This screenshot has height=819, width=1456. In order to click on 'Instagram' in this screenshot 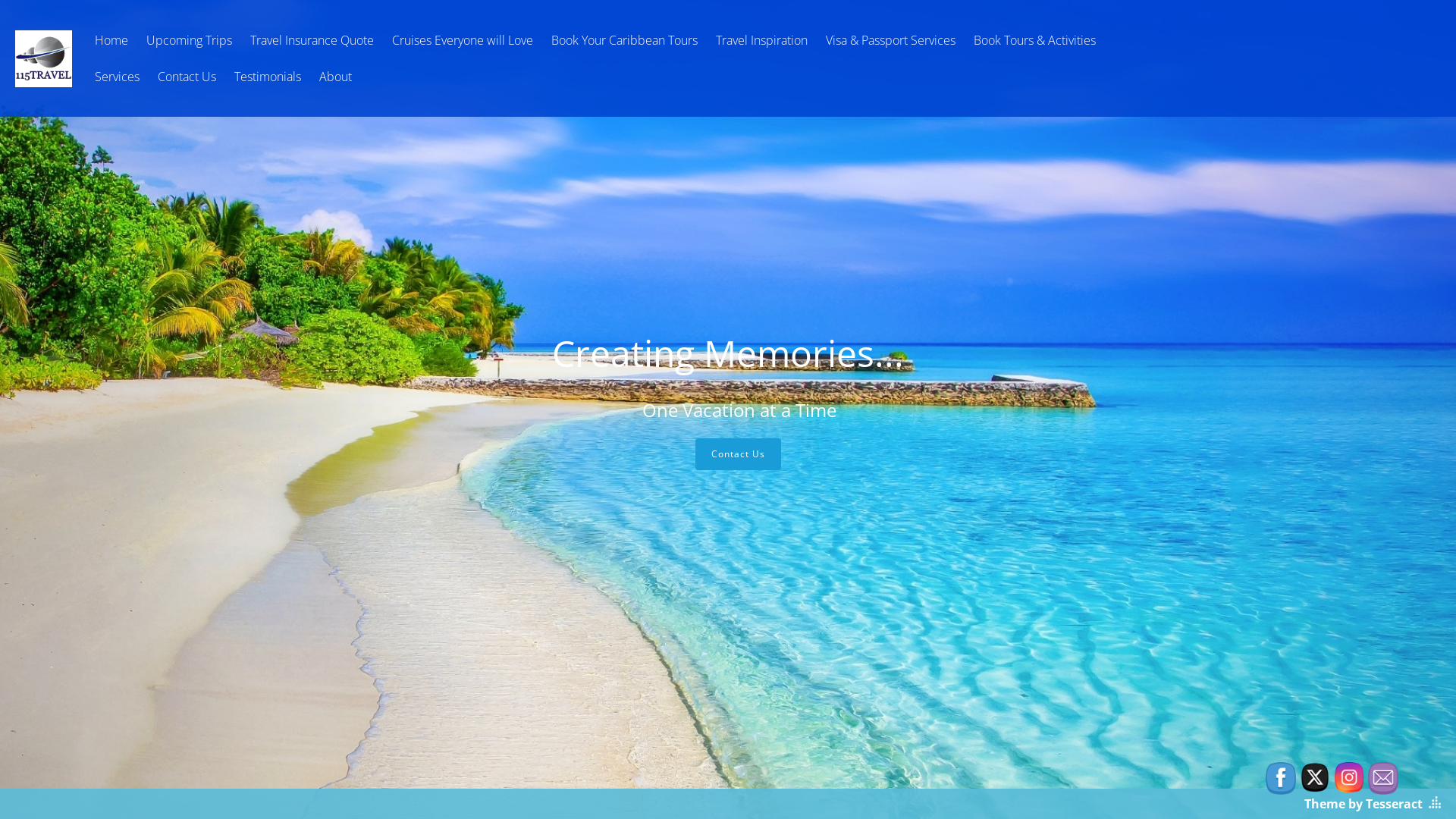, I will do `click(1349, 777)`.